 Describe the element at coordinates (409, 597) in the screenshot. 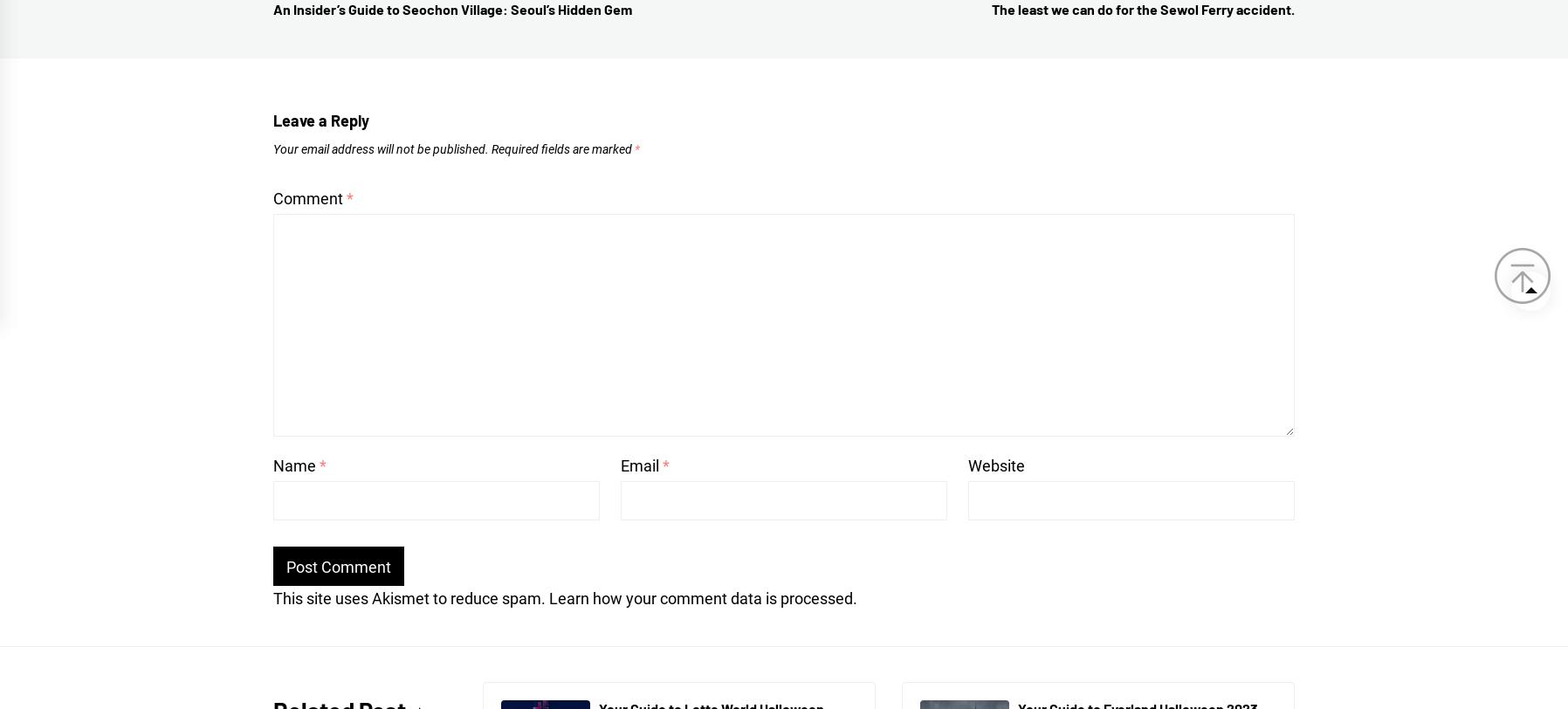

I see `'This site uses Akismet to reduce spam.'` at that location.